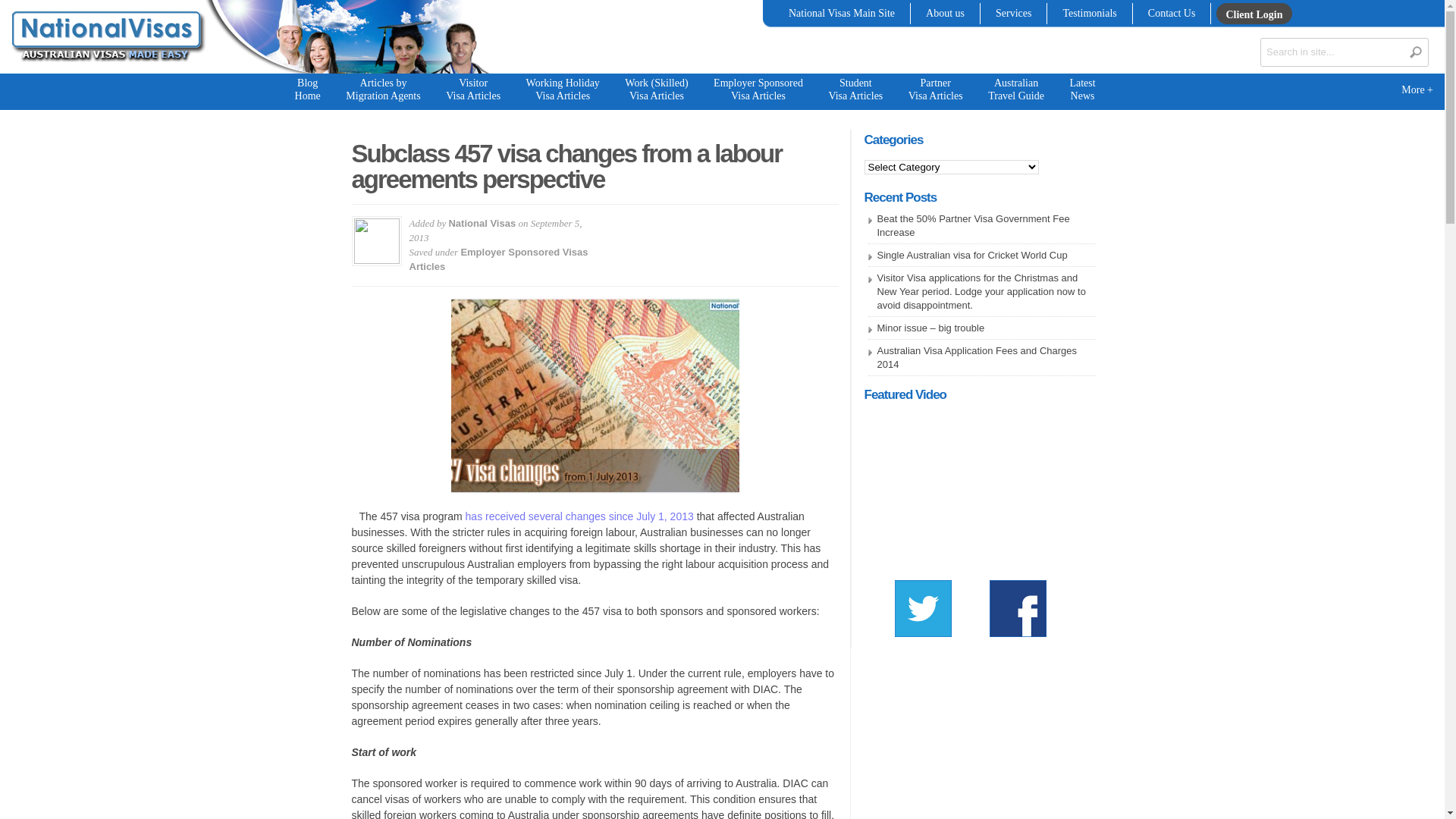 This screenshot has width=1456, height=819. What do you see at coordinates (944, 14) in the screenshot?
I see `'About us'` at bounding box center [944, 14].